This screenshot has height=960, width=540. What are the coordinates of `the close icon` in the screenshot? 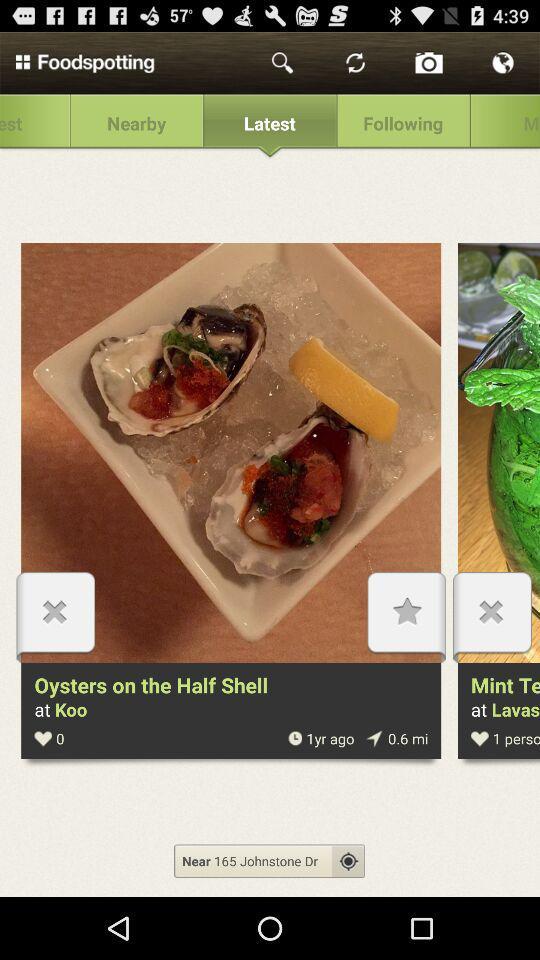 It's located at (491, 653).